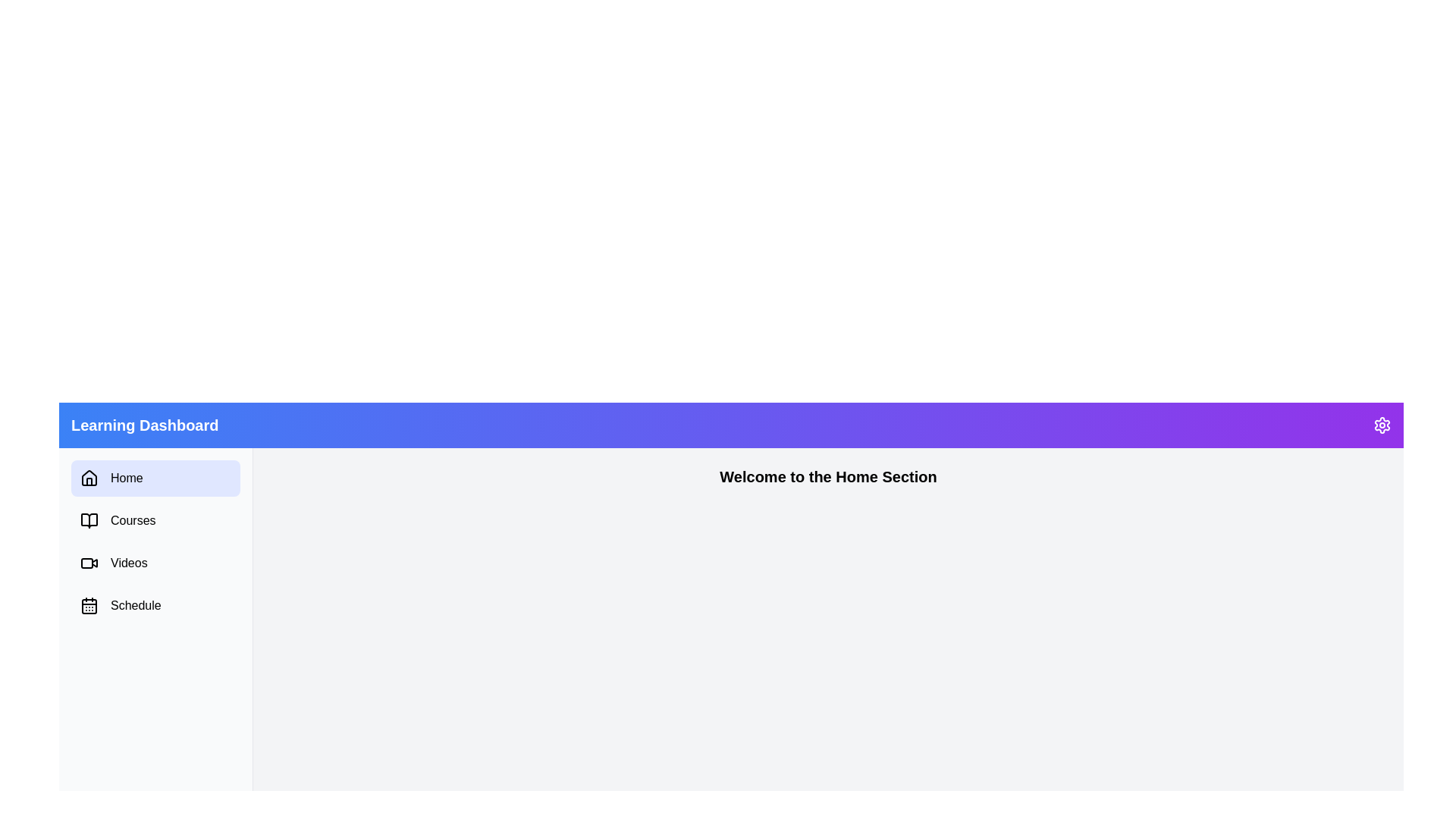 This screenshot has height=819, width=1456. I want to click on the 'Videos' icon element in the sidebar navigation menu, which is the third item located between 'Courses' and 'Schedule', so click(86, 563).